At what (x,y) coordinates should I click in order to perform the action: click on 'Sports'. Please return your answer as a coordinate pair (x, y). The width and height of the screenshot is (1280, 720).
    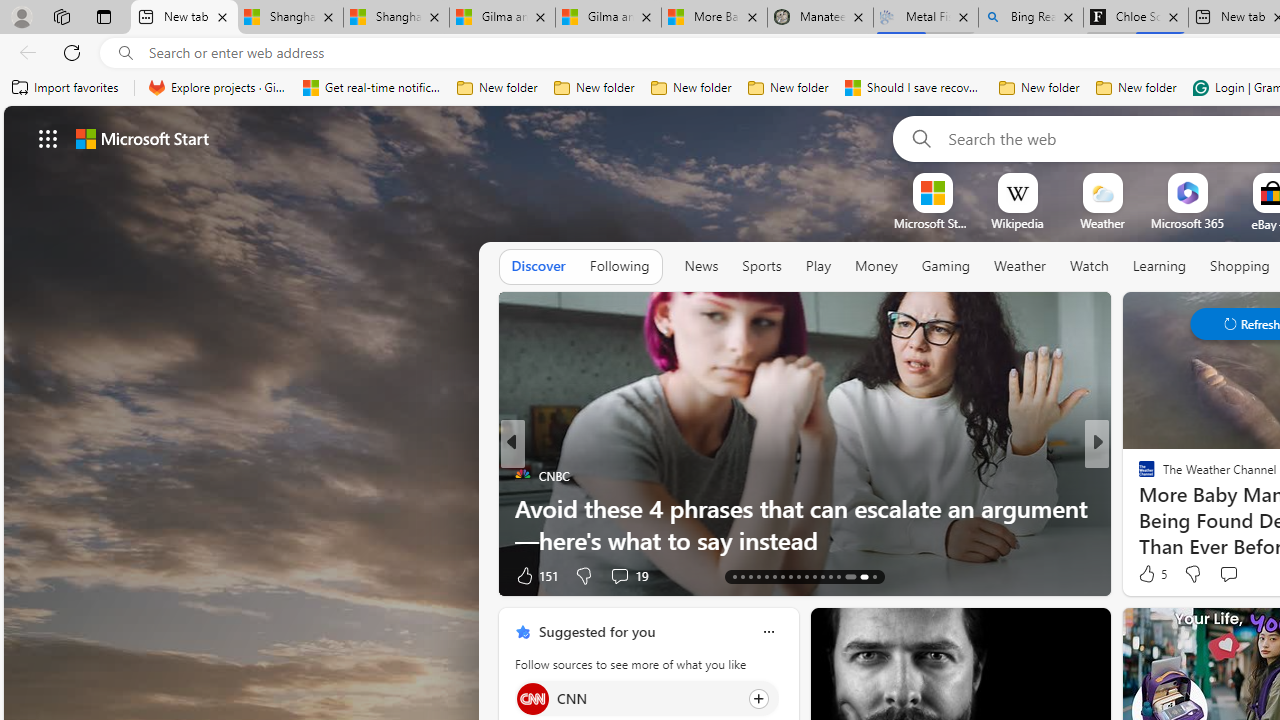
    Looking at the image, I should click on (760, 265).